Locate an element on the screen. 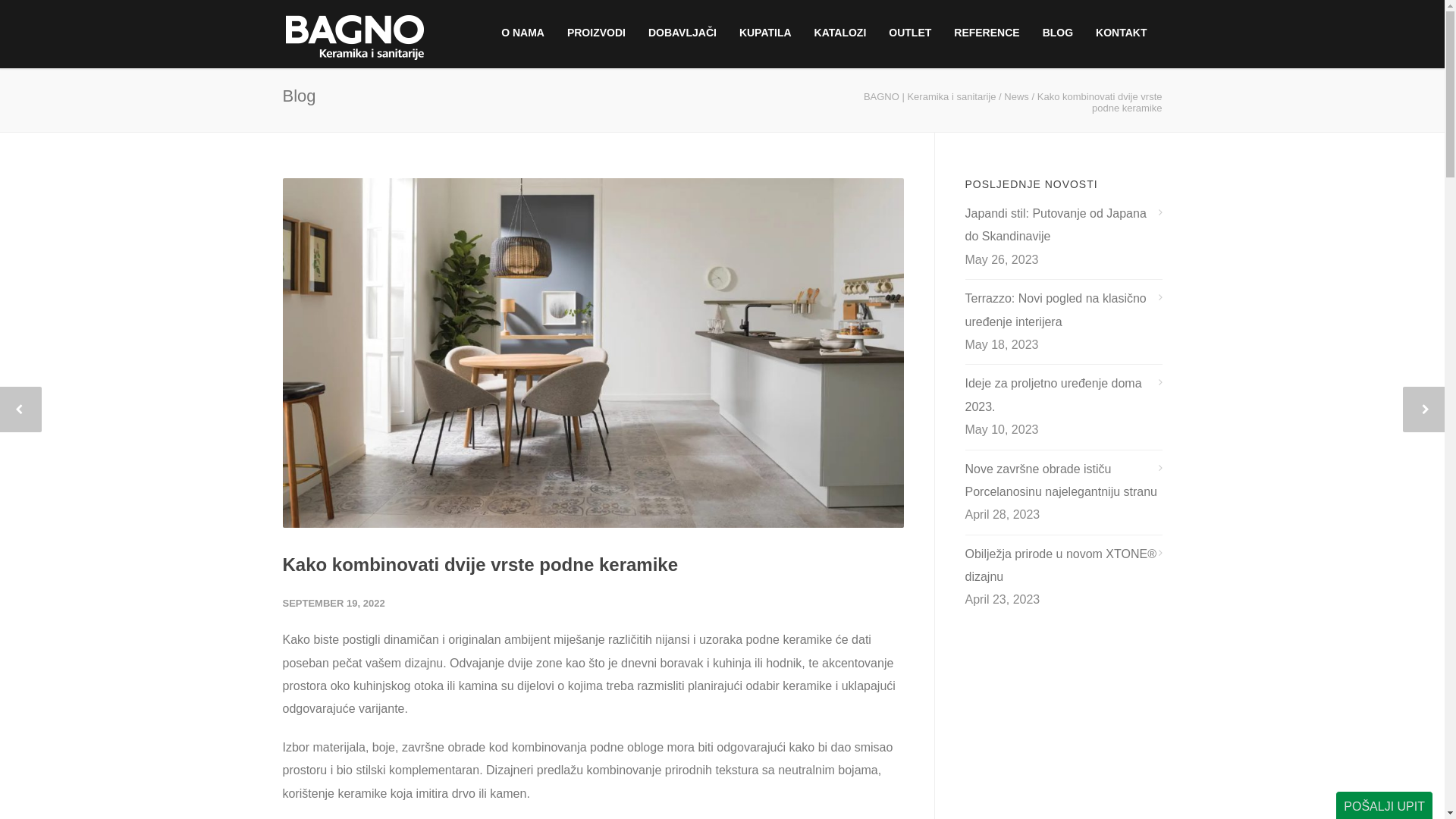  'BAGNO | Keramika i sanitarije' is located at coordinates (929, 96).